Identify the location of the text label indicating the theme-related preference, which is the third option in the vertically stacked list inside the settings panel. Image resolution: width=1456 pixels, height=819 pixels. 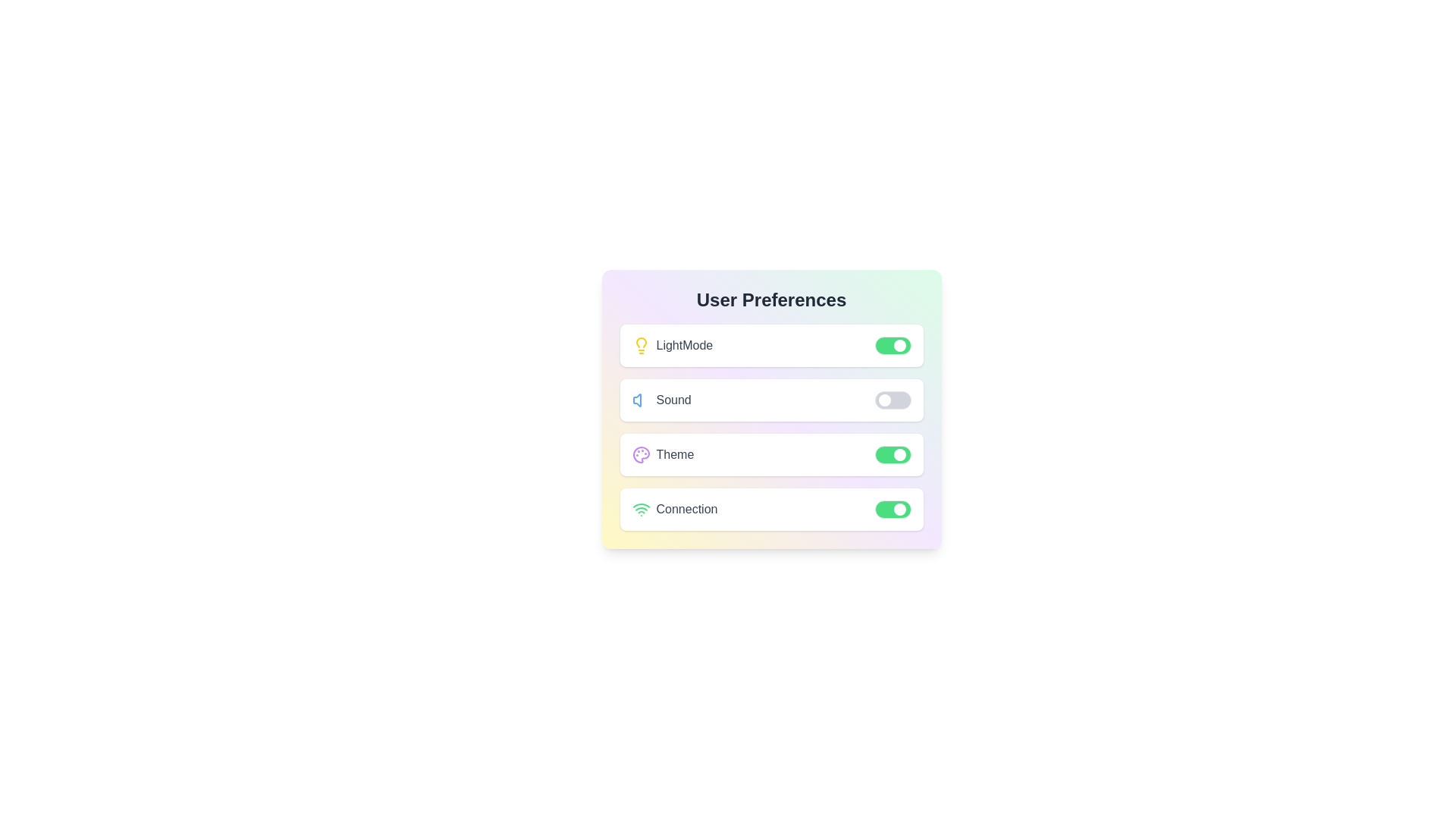
(674, 454).